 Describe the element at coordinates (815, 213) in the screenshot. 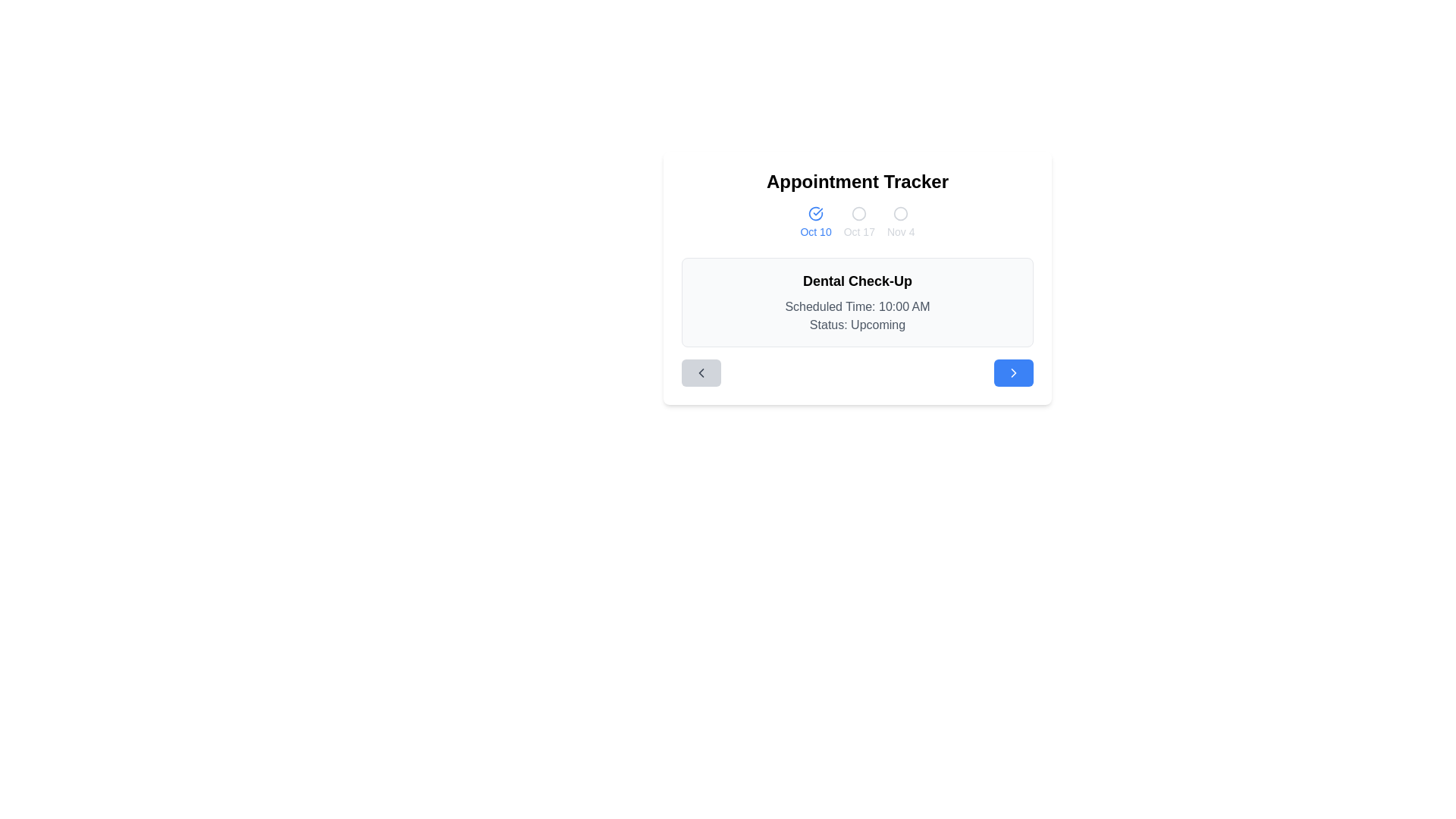

I see `the selection indicated by the circular blue check icon located above the 'Oct 10' text in the interface` at that location.